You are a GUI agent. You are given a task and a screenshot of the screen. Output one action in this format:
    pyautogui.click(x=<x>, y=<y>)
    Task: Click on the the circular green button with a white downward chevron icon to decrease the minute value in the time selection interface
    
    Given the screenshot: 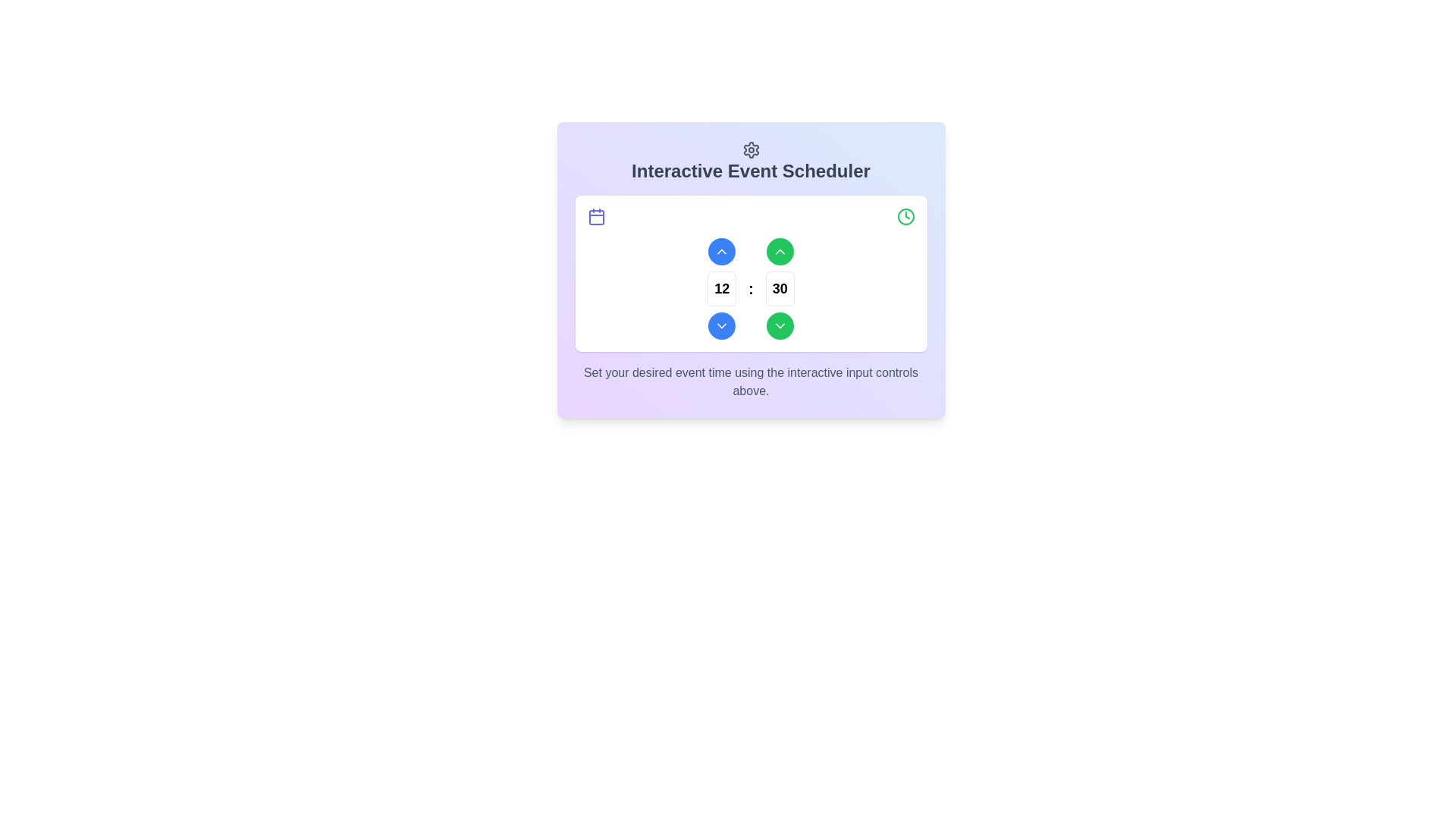 What is the action you would take?
    pyautogui.click(x=780, y=325)
    